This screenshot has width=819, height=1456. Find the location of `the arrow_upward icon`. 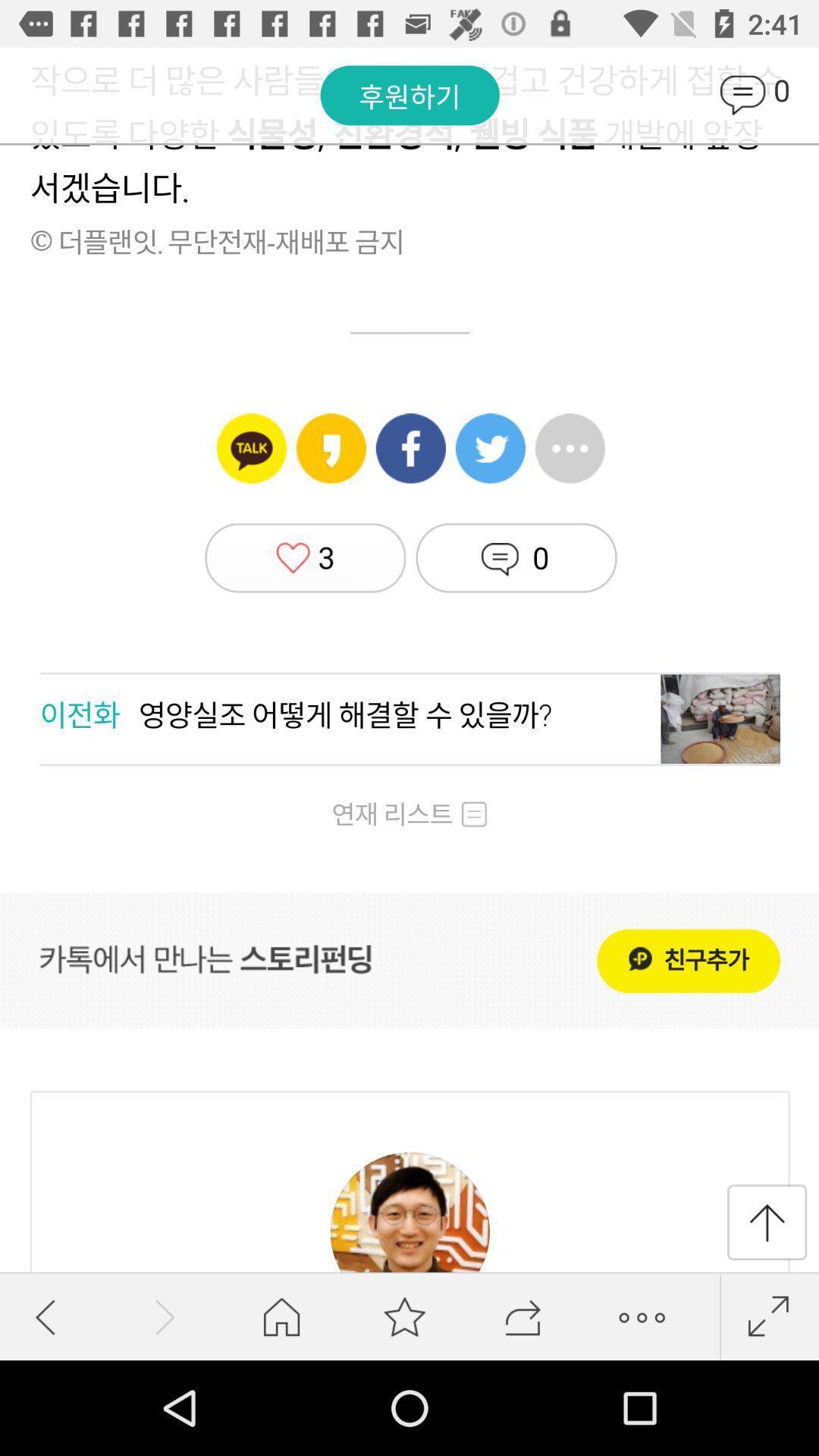

the arrow_upward icon is located at coordinates (767, 1222).